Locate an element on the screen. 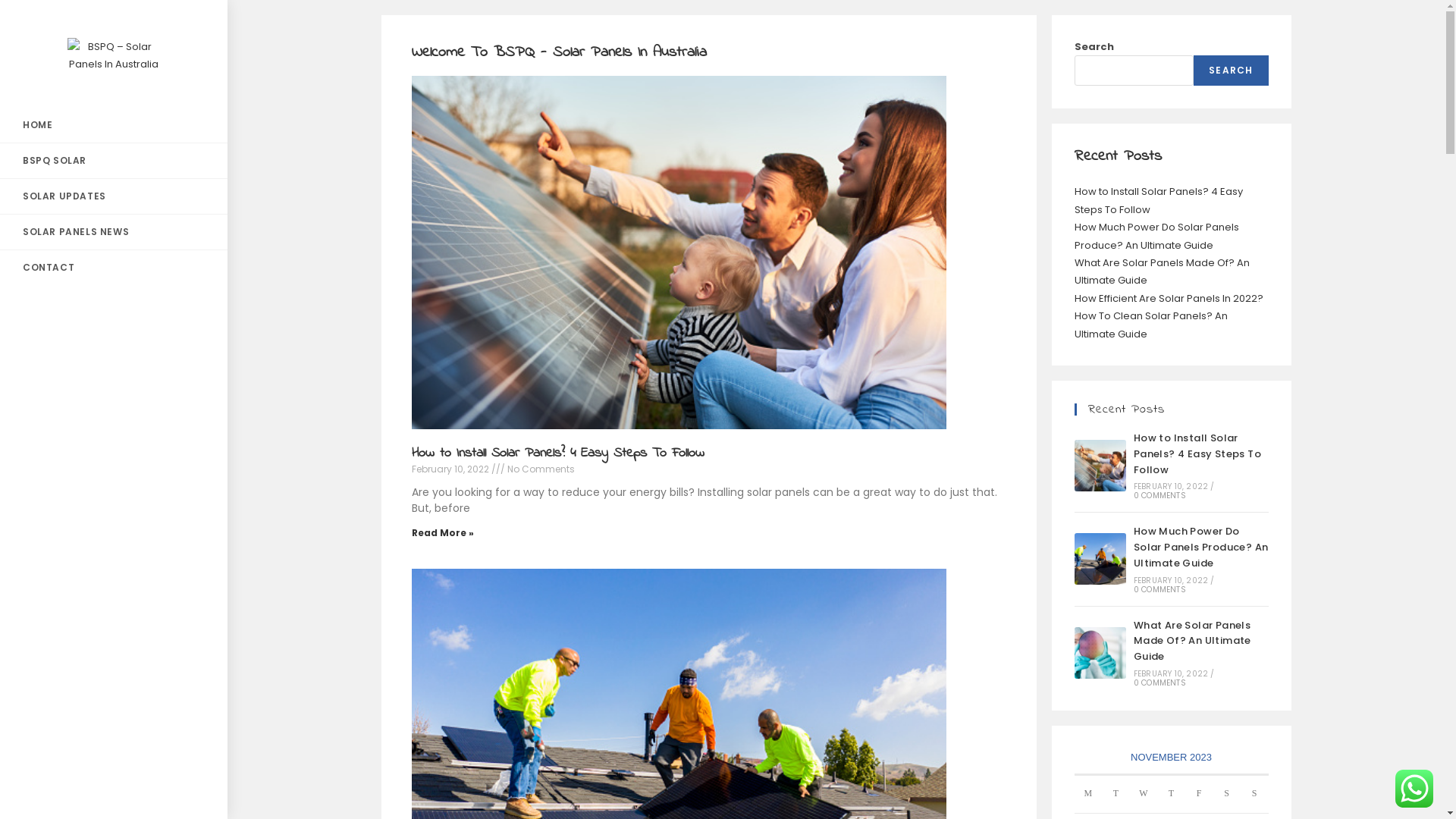 The image size is (1456, 819). 'How to Install Solar Panels? 4 Easy Steps To Follow' is located at coordinates (1197, 453).